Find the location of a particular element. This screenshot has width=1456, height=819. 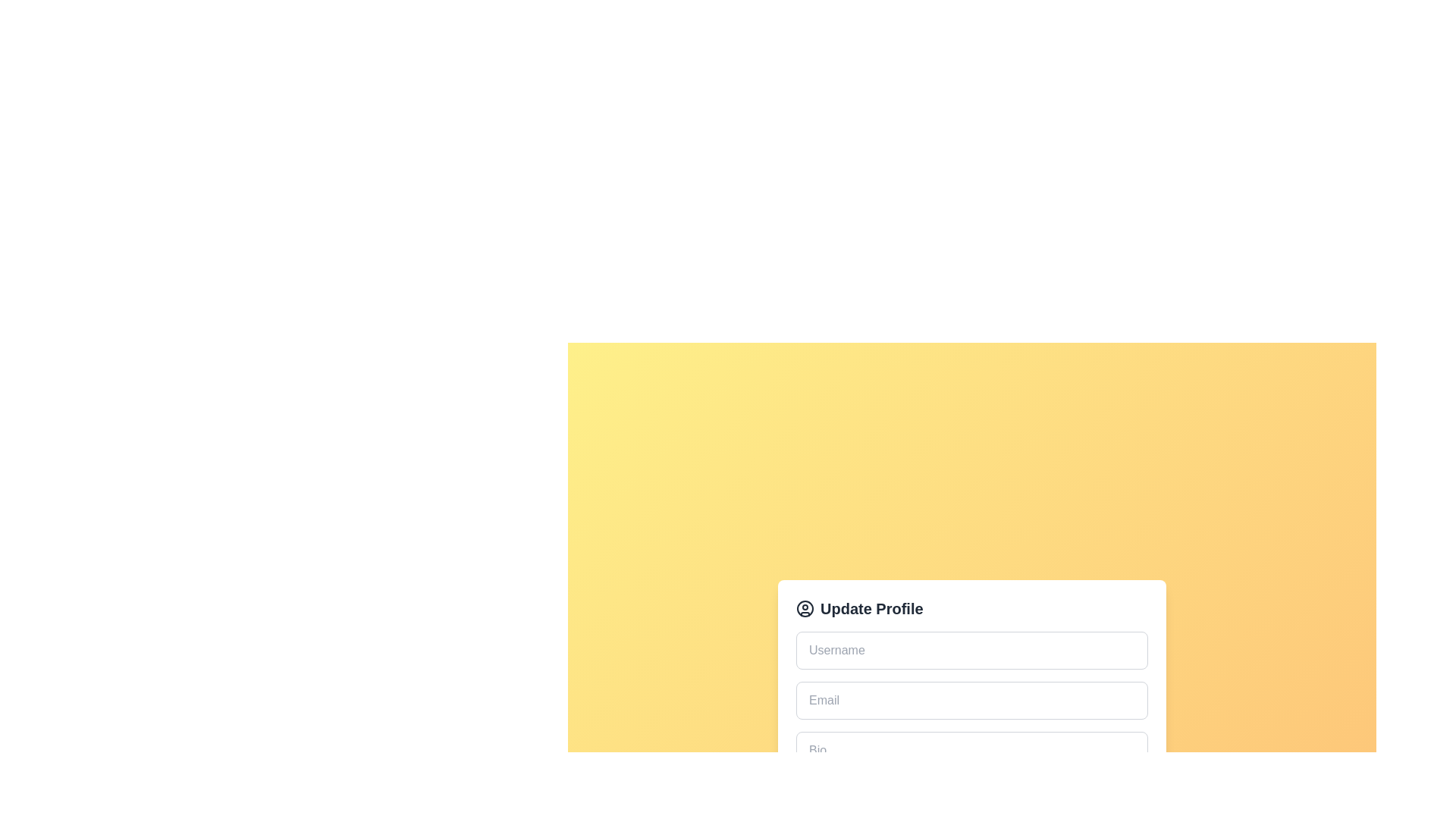

the circular user profile icon located to the left of the 'Update Profile' text in the header is located at coordinates (804, 607).